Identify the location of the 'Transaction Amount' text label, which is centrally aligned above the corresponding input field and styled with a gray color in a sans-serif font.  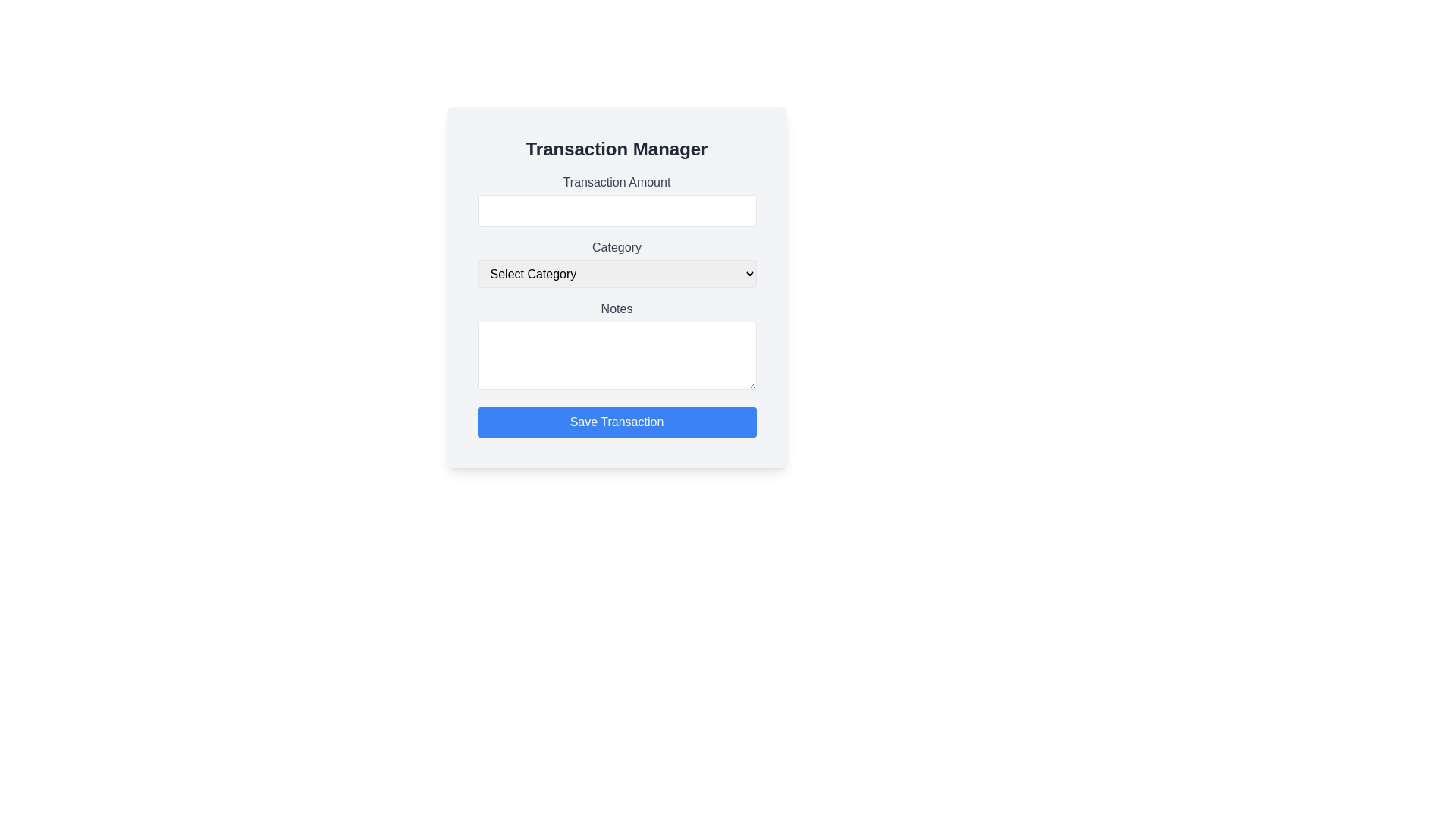
(617, 181).